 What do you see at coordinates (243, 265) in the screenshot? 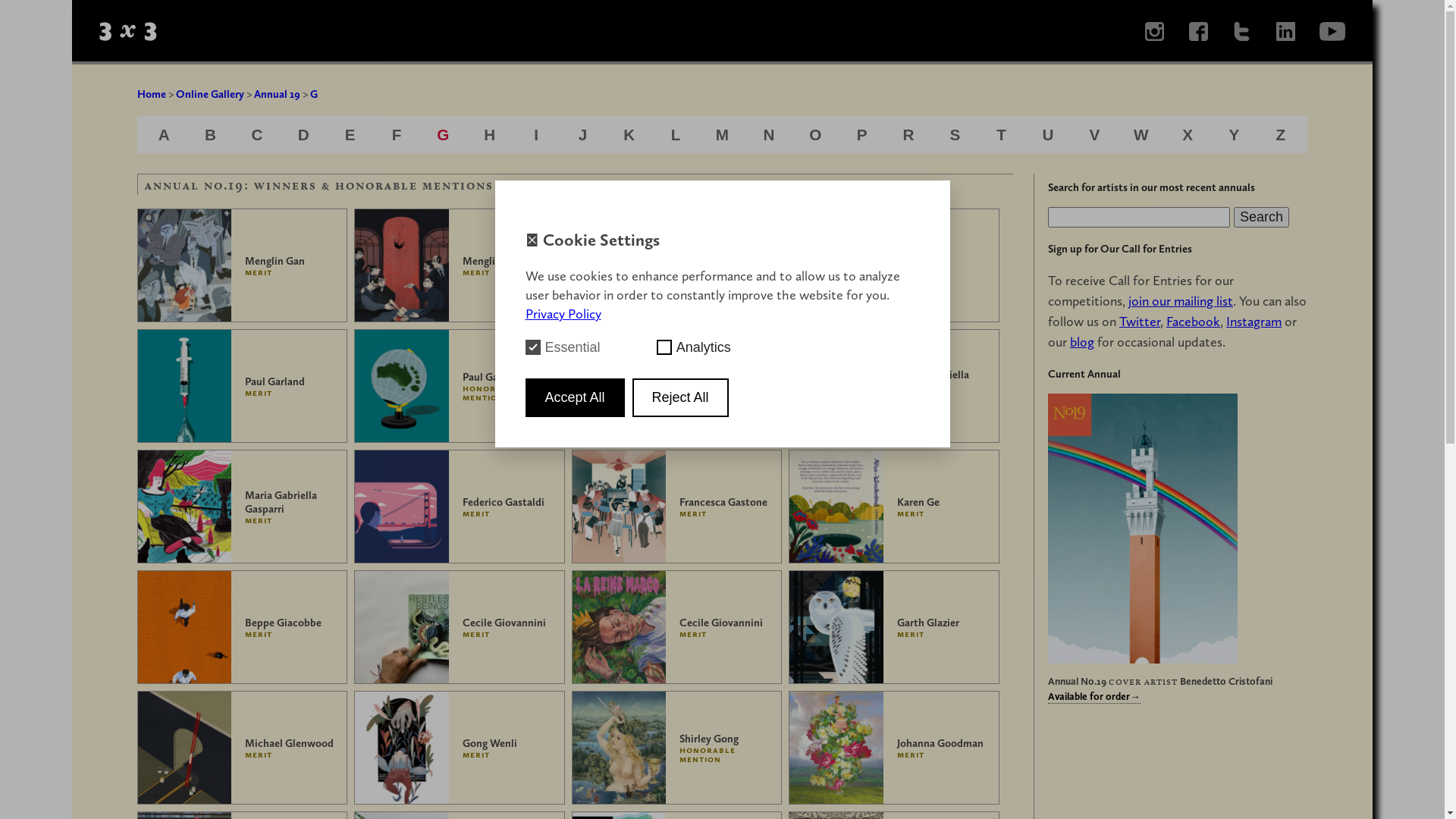
I see `'Menglin Gan` at bounding box center [243, 265].